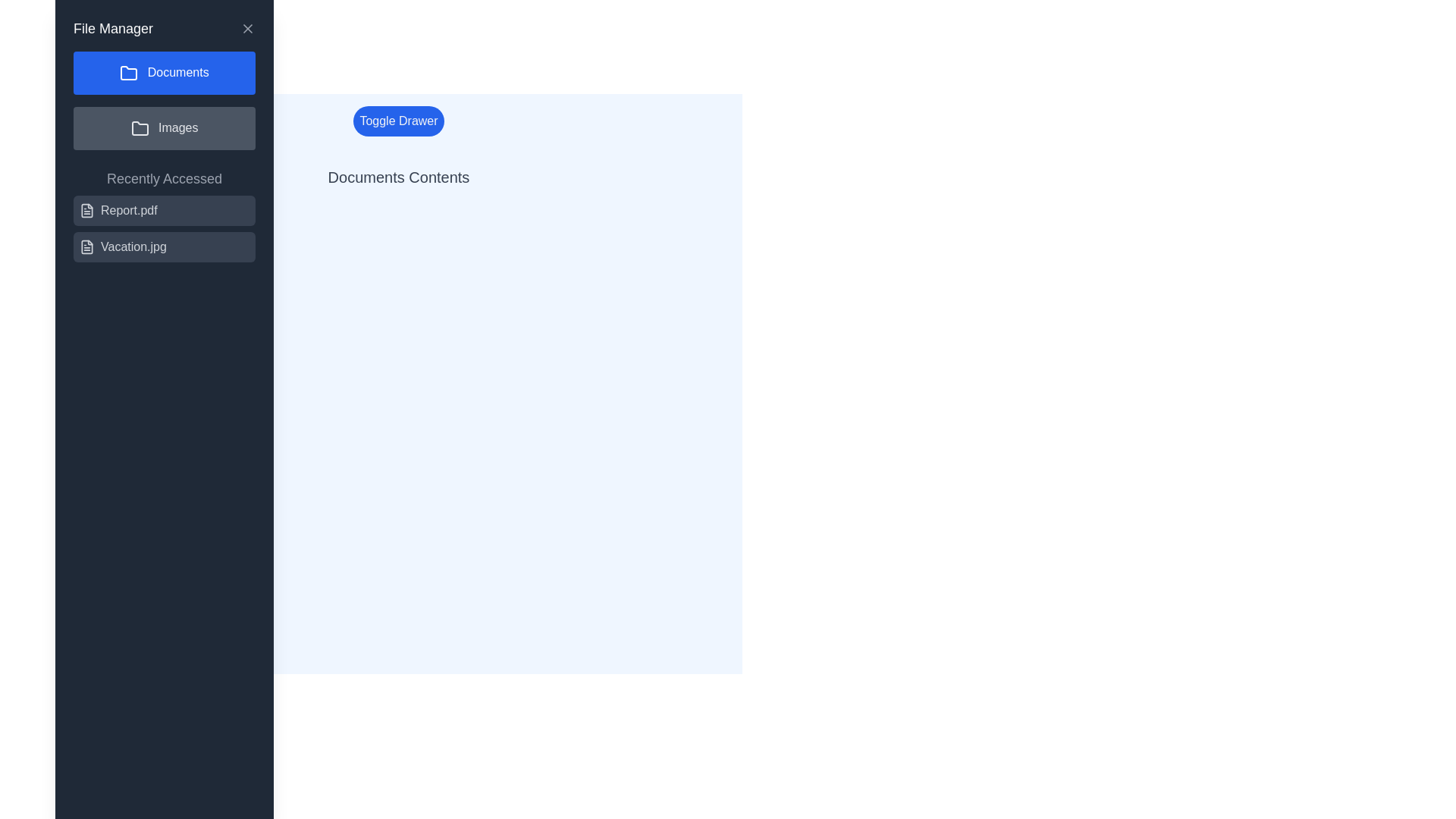 This screenshot has width=1456, height=819. Describe the element at coordinates (86, 245) in the screenshot. I see `the file type icon representing 'Vacation.jpg', located in the sidebar under 'Recently Accessed', positioned to the left of the entry` at that location.